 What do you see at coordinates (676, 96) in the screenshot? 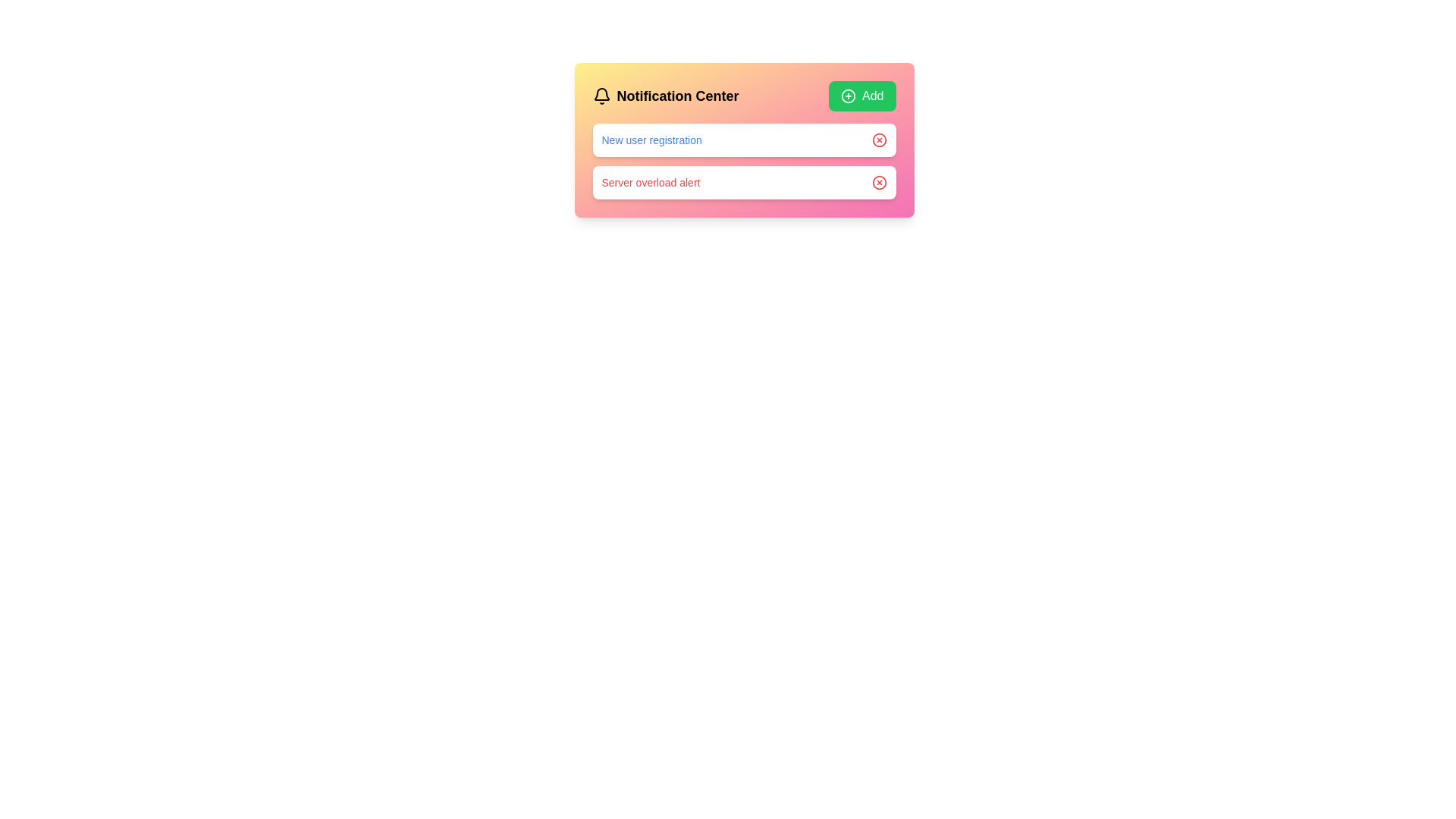
I see `the bold text label displaying 'Notification Center' in black, which is styled with a large font size and is located on a gradient background transitioning from yellow to pink` at bounding box center [676, 96].